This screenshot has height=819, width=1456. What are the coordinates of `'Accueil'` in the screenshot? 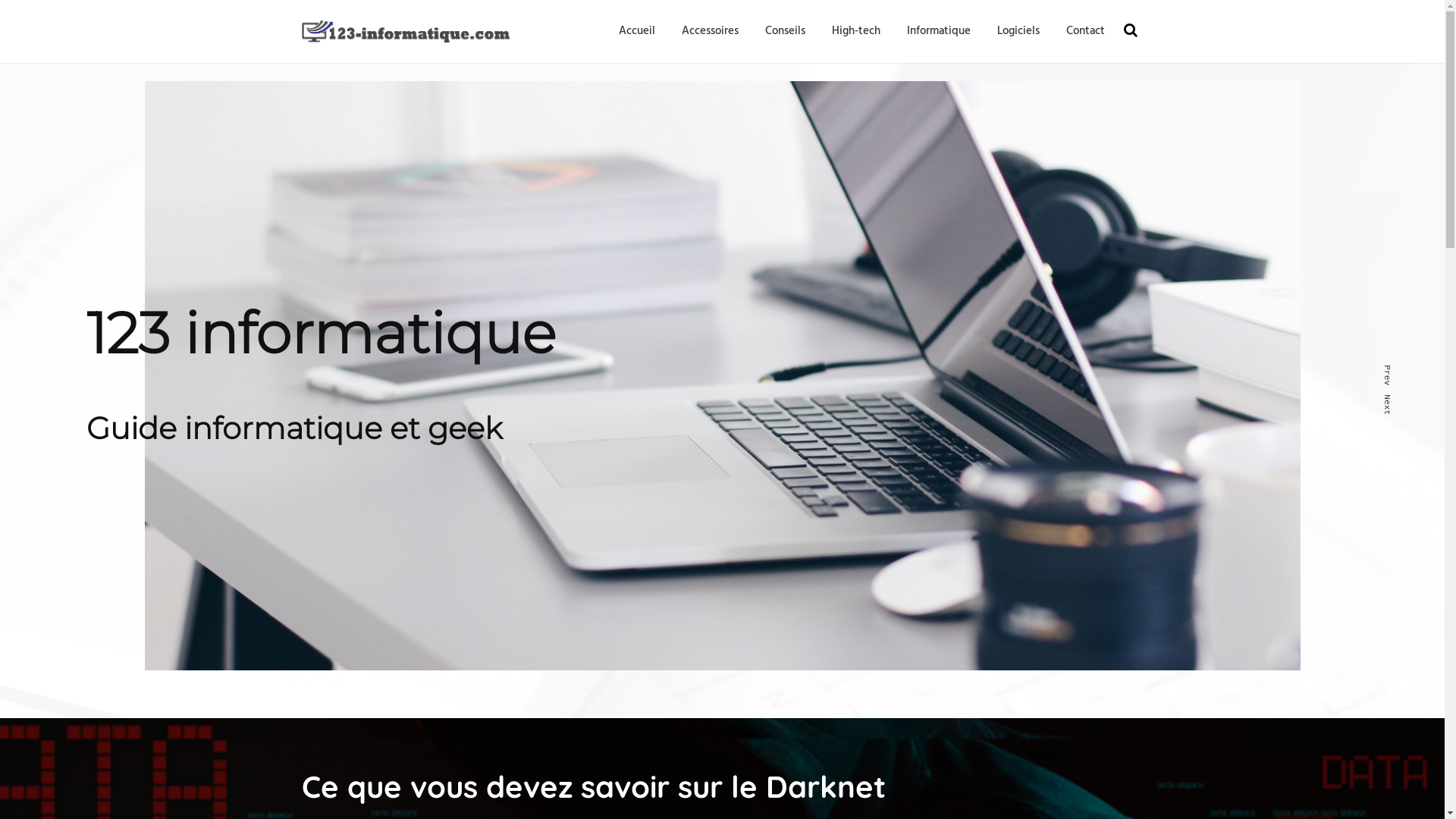 It's located at (619, 31).